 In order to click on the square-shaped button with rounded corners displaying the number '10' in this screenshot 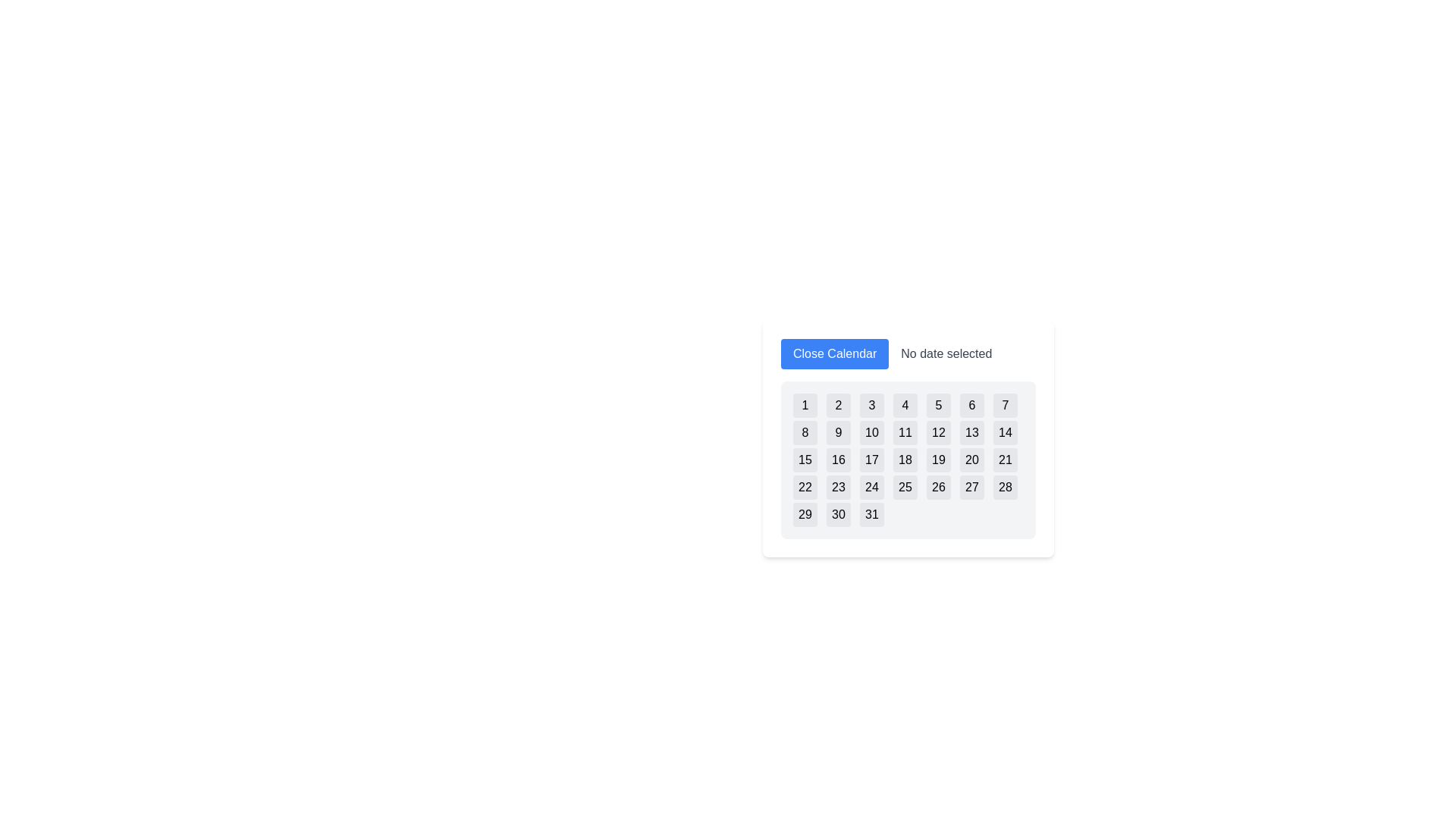, I will do `click(872, 432)`.